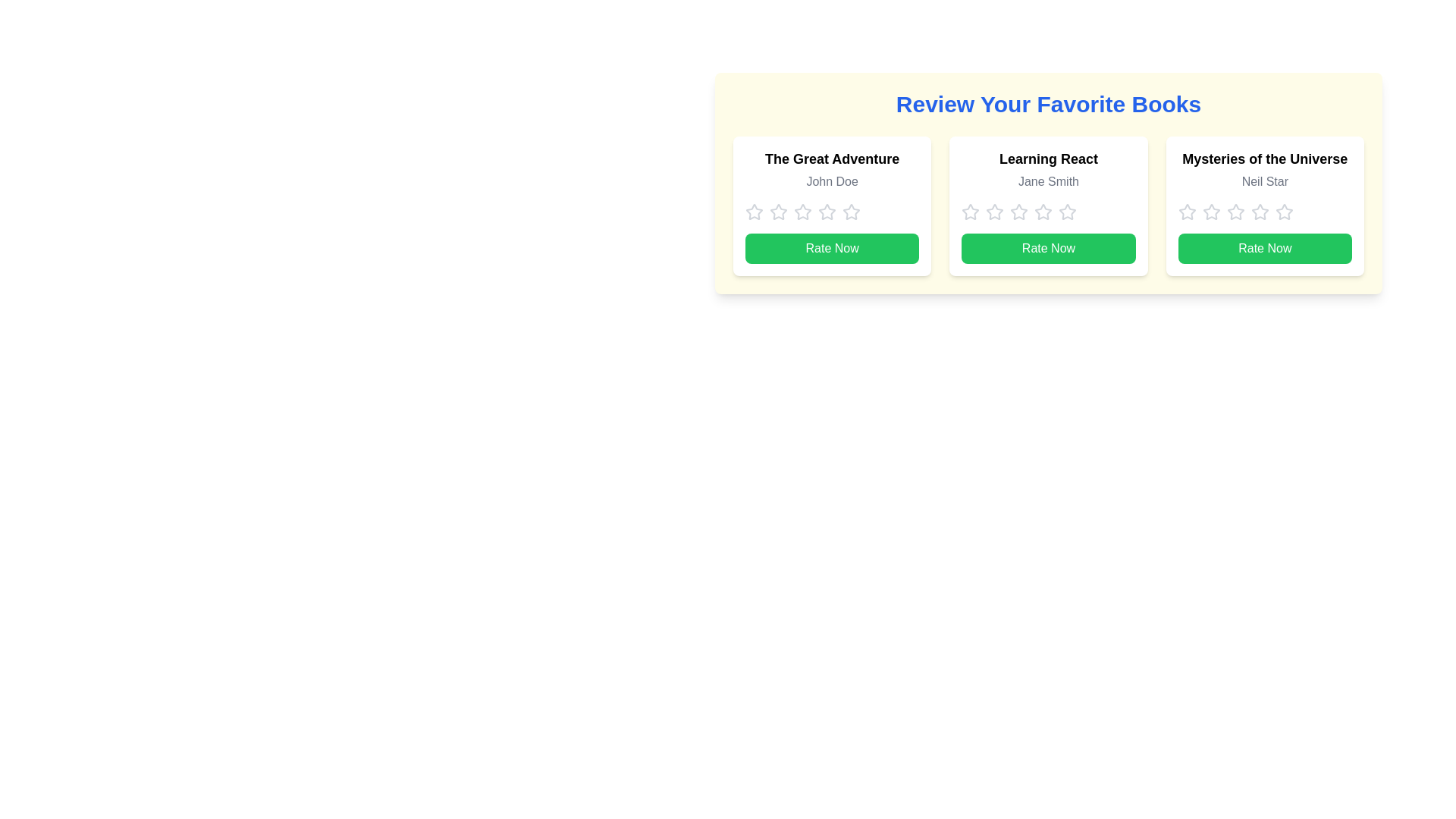 The image size is (1456, 819). Describe the element at coordinates (1210, 212) in the screenshot. I see `the first star icon in the rating system under the book title 'Mysteries of the Universe' to rate it` at that location.